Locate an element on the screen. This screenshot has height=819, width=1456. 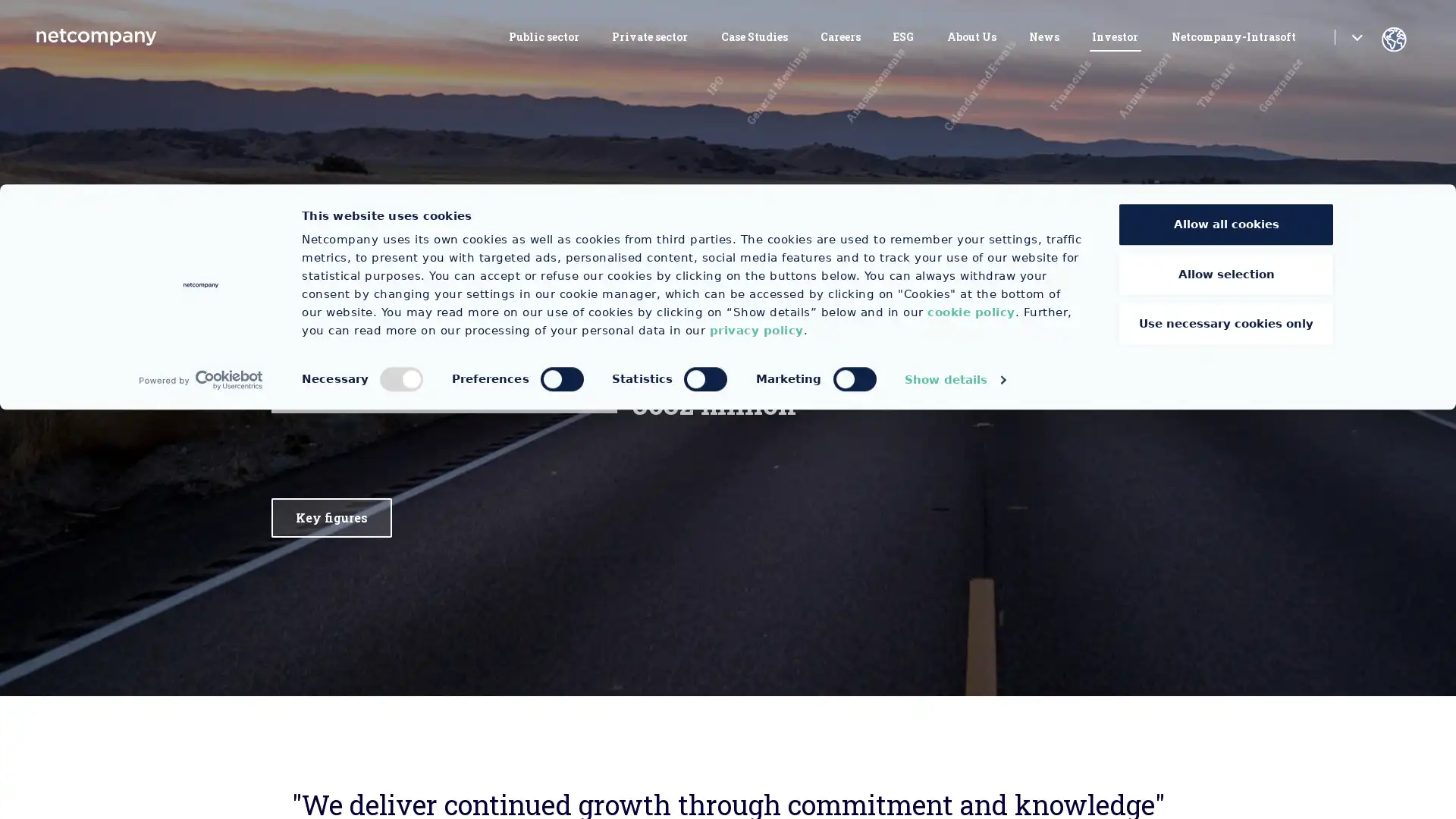
Use necessary cookies only is located at coordinates (1226, 733).